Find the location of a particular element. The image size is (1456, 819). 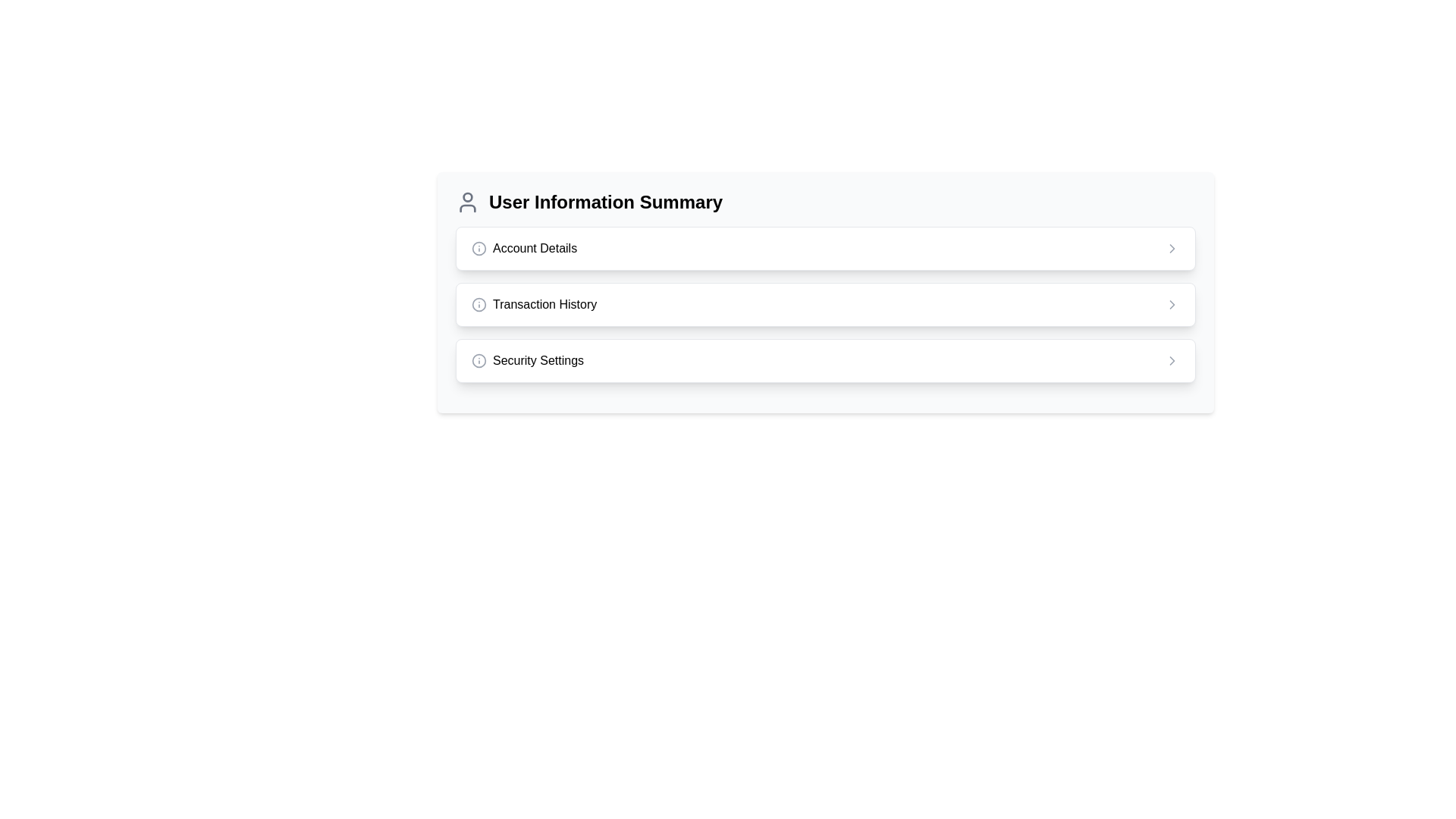

the Chevron-Right icon located at the far right of the 'Account Details' row is located at coordinates (1171, 247).